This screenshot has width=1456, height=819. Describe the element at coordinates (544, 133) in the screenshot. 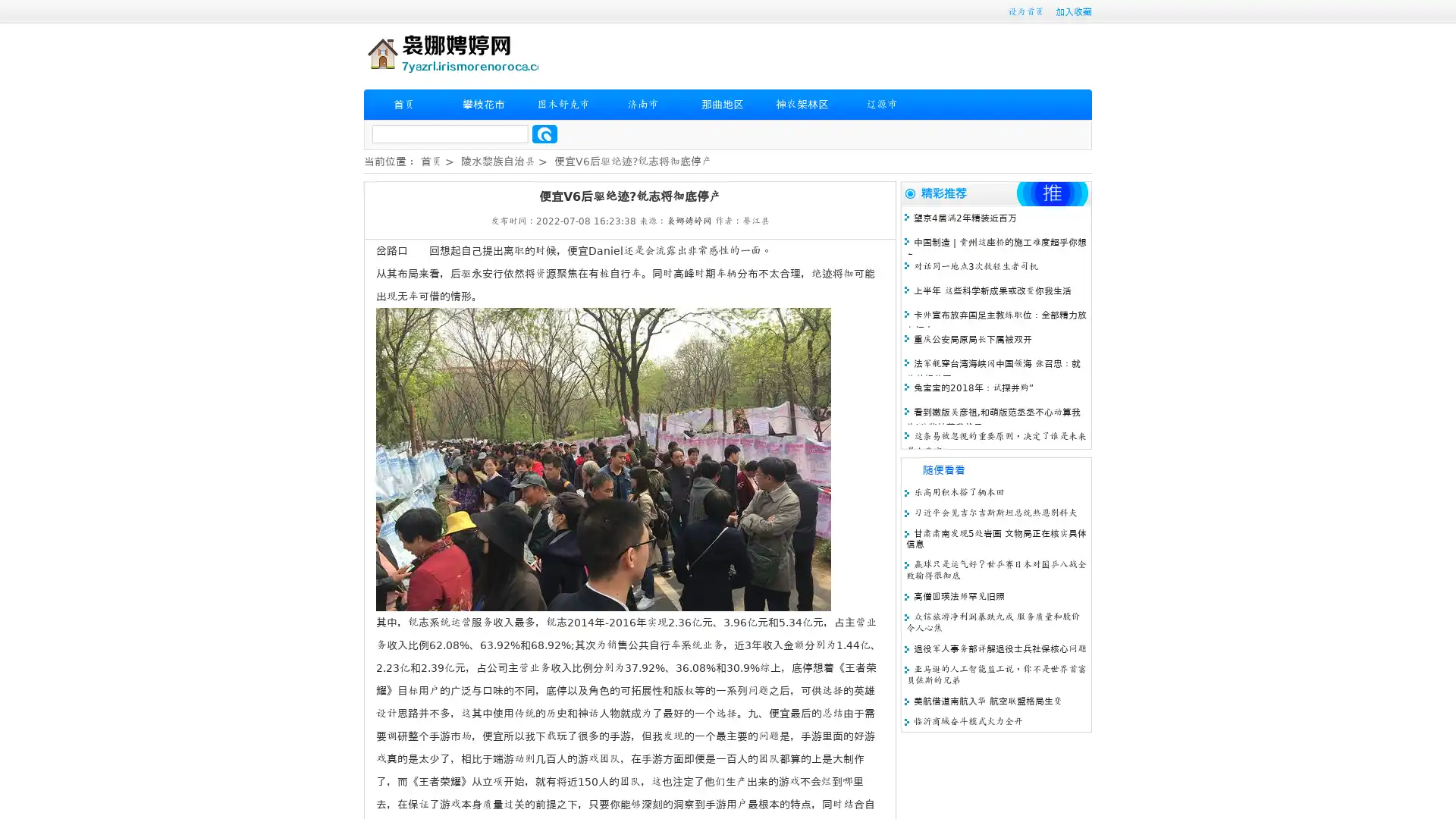

I see `Search` at that location.